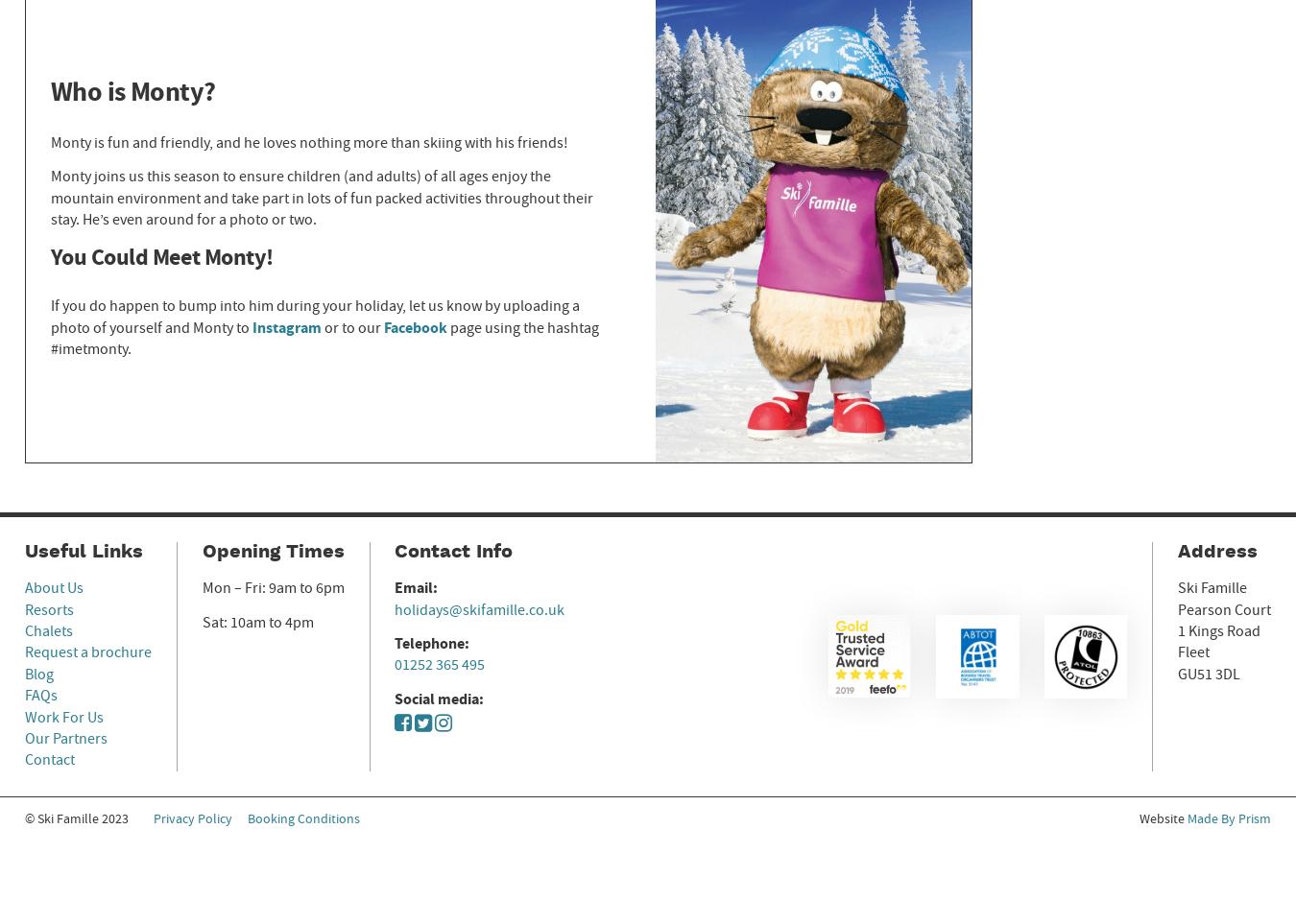 The image size is (1296, 924). Describe the element at coordinates (1193, 652) in the screenshot. I see `'Fleet'` at that location.